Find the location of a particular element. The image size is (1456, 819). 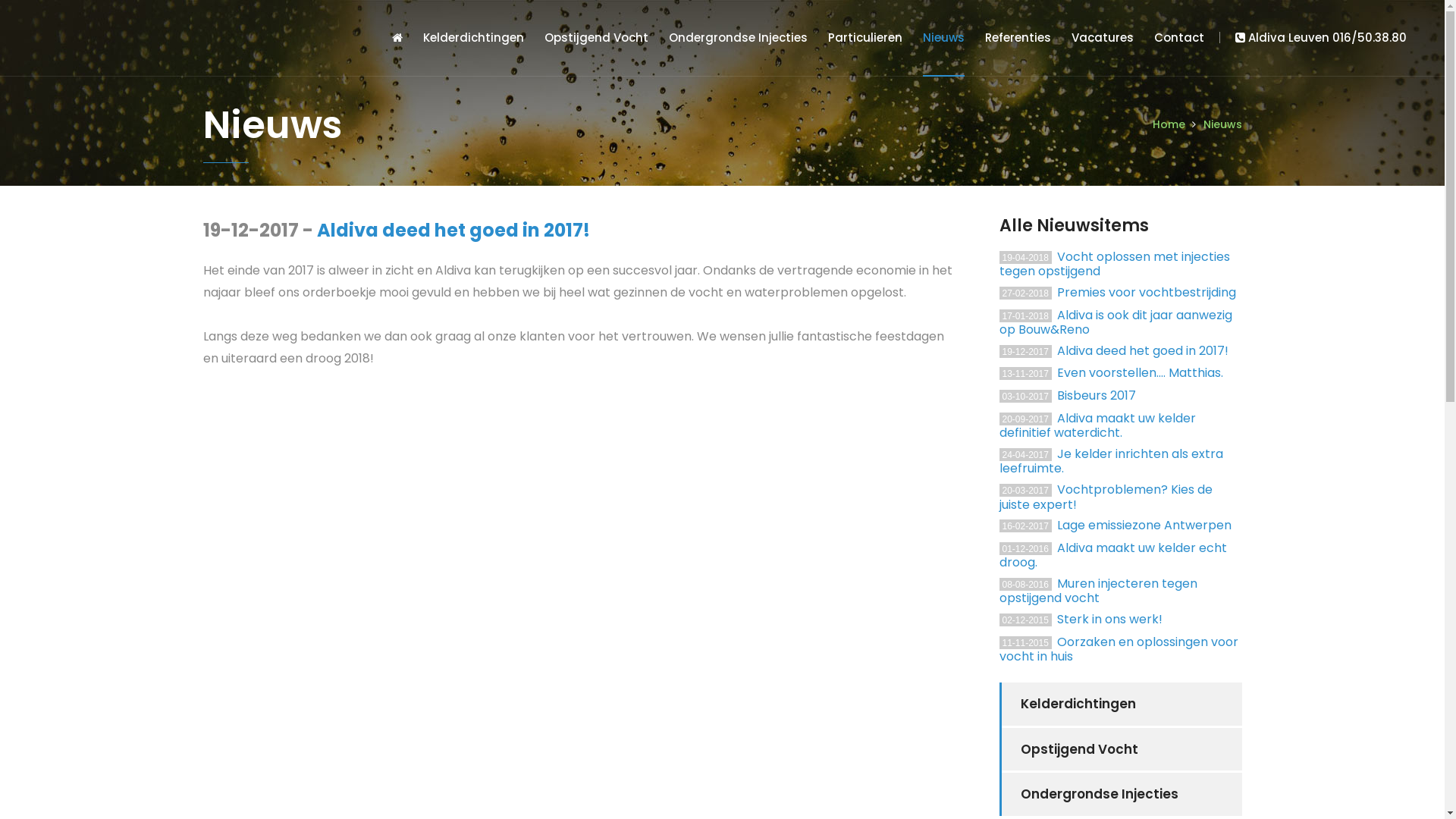

'Aldiva maakt uw kelder definitief waterdicht.' is located at coordinates (1097, 425).